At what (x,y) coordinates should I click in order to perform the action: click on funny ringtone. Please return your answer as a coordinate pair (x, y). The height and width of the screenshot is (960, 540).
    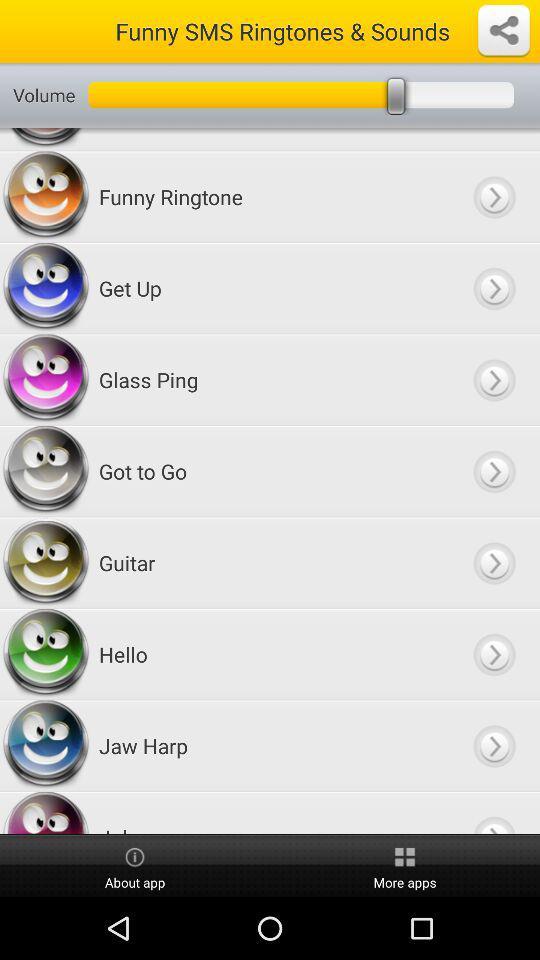
    Looking at the image, I should click on (493, 197).